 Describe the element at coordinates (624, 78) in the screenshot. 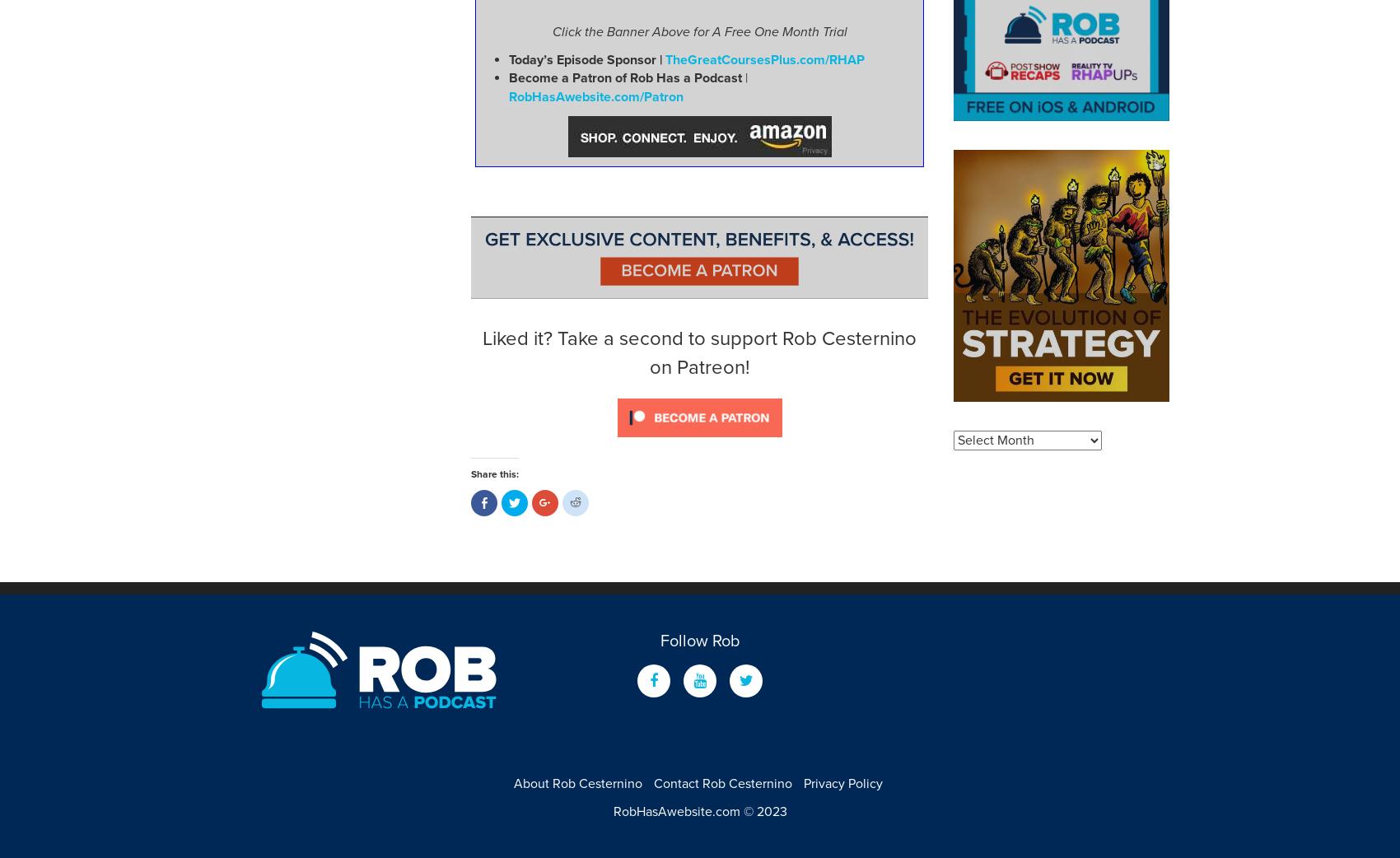

I see `'Become a Patron of Rob Has a Podcast'` at that location.